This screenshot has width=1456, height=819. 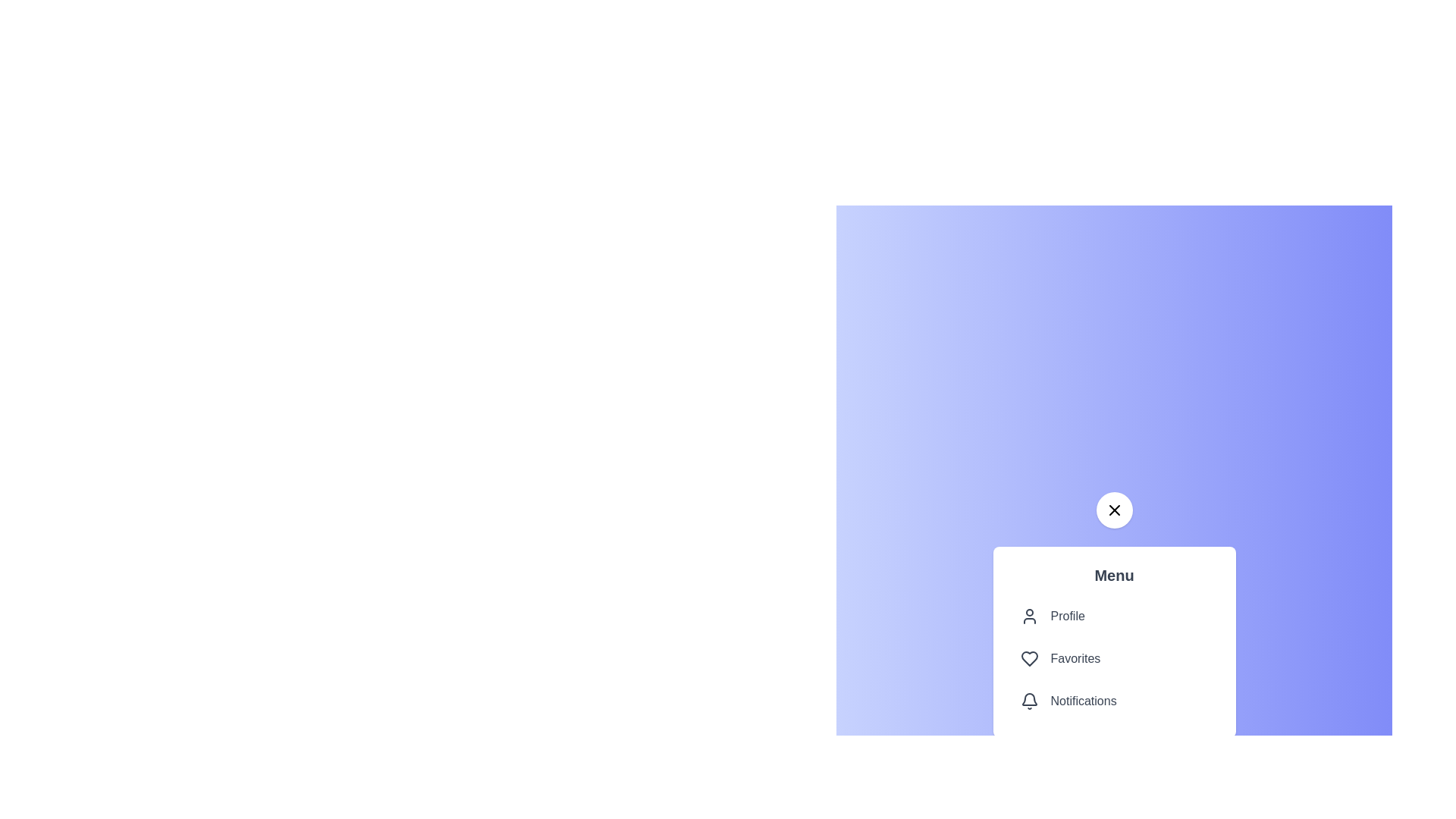 I want to click on the menu option Profile by clicking on it, so click(x=1114, y=617).